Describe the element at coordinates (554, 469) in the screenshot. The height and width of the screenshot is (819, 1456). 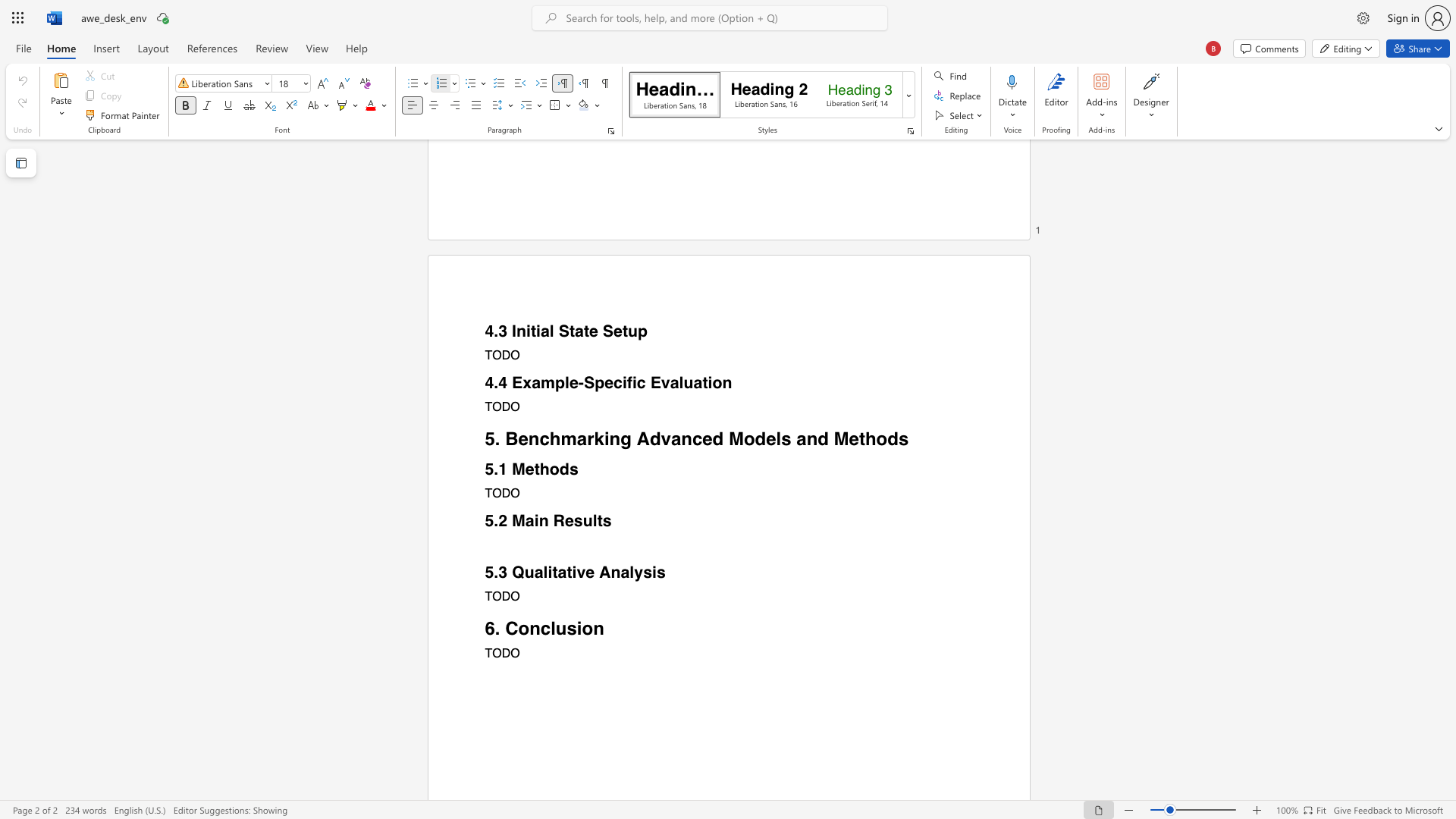
I see `the 1th character "o" in the text` at that location.